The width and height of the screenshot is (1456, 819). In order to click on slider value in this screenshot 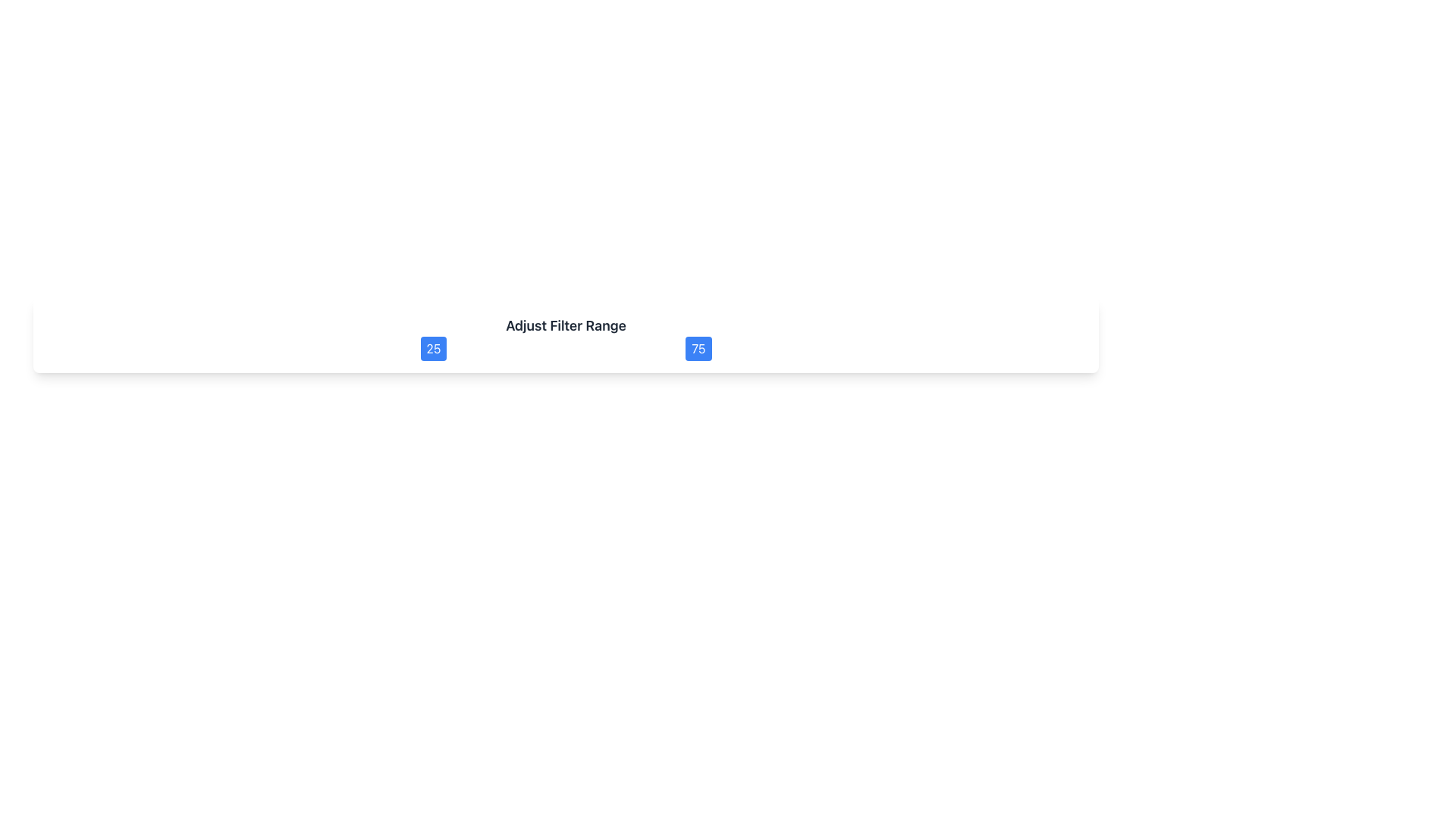, I will do `click(569, 356)`.